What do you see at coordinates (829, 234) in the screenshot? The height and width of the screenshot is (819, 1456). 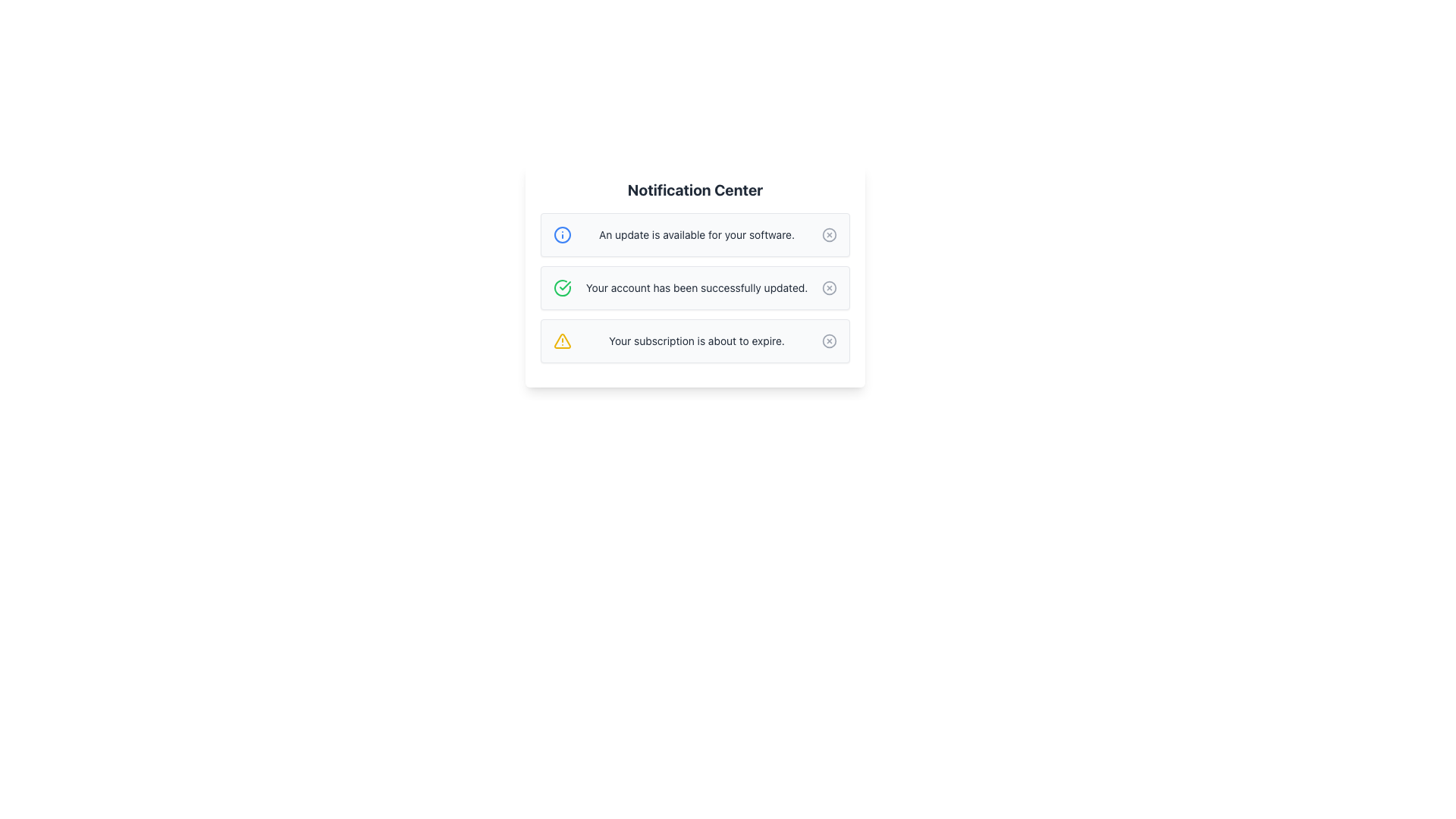 I see `the action button located on the far right of the first notification entry in the 'Notification Center' panel` at bounding box center [829, 234].